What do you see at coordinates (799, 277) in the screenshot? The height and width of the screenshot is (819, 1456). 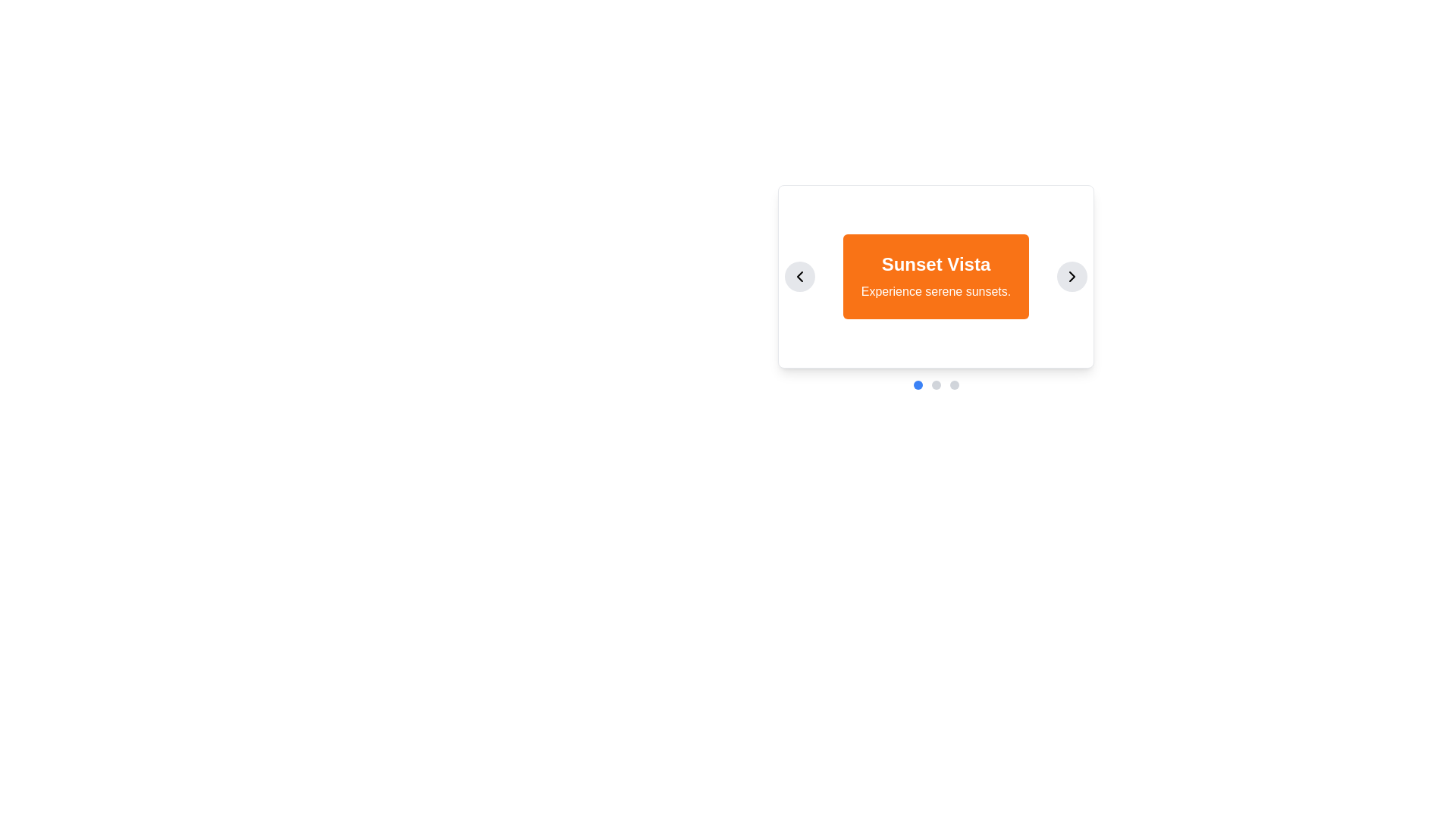 I see `the 'previous item' navigation icon in the carousel, which is the arrow-like SVG icon located to the left of the orange button labeled 'Sunset Vista'` at bounding box center [799, 277].